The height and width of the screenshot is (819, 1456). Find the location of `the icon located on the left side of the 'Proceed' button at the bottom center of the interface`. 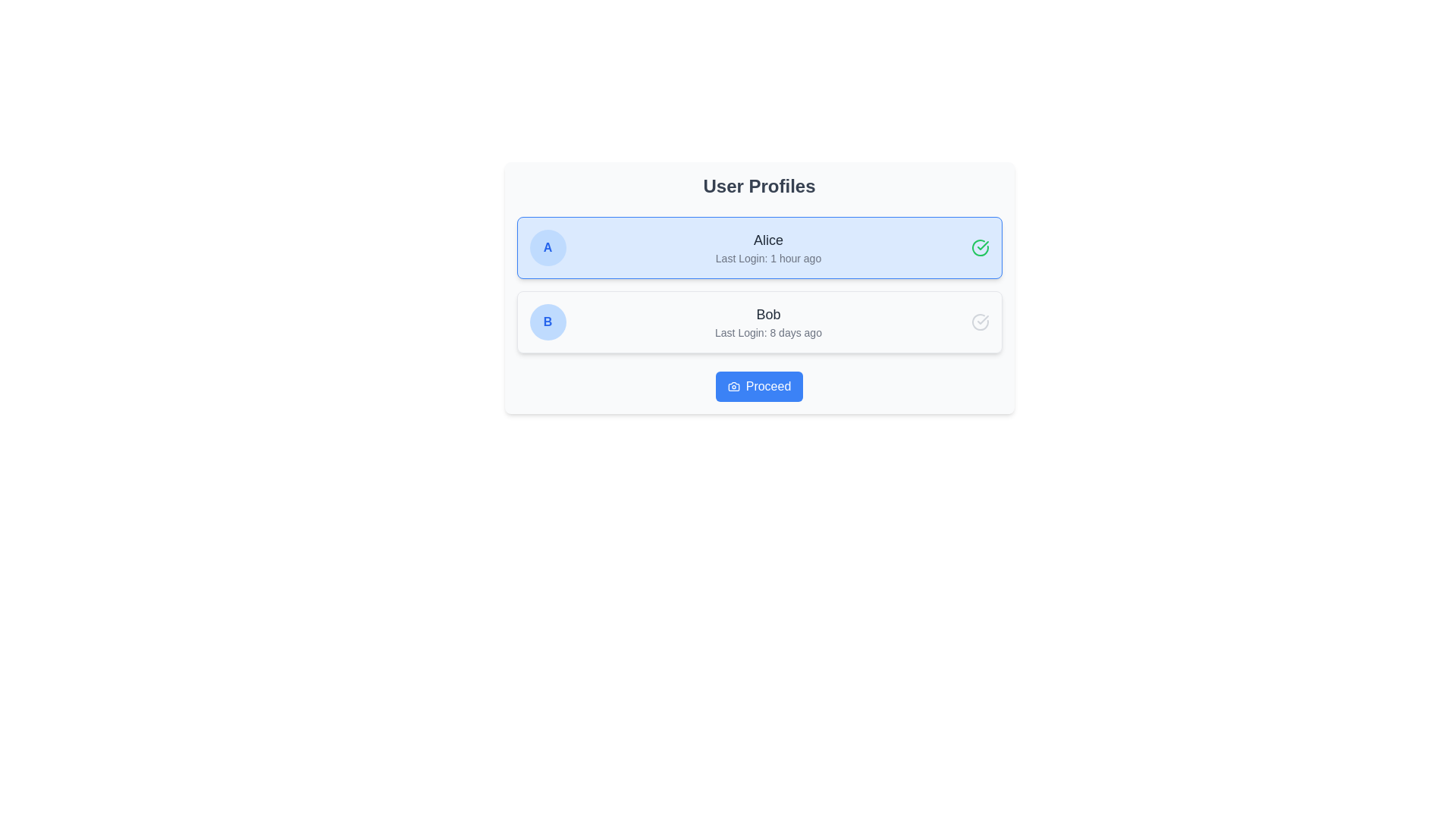

the icon located on the left side of the 'Proceed' button at the bottom center of the interface is located at coordinates (733, 385).